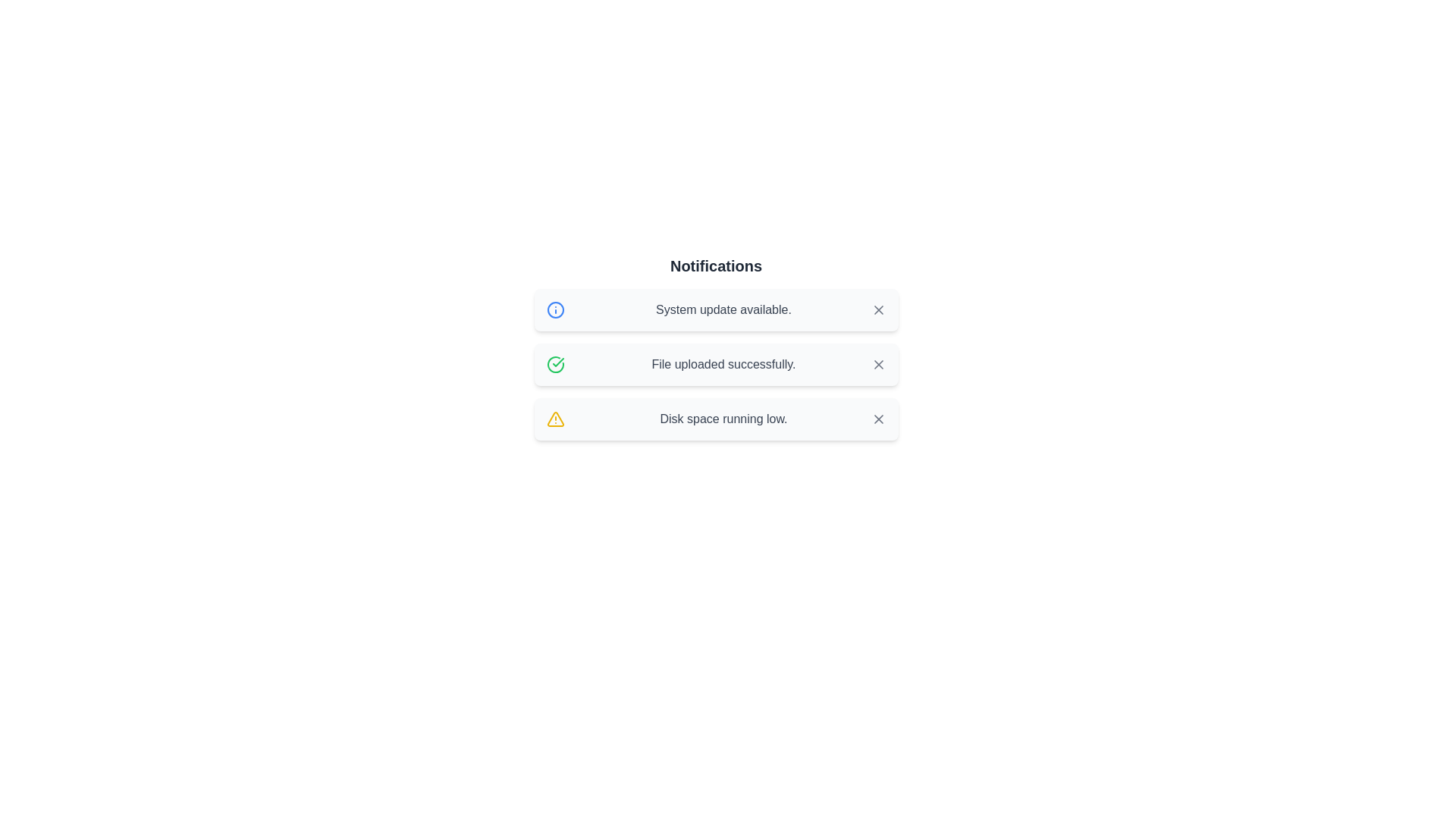 The image size is (1456, 819). What do you see at coordinates (554, 365) in the screenshot?
I see `the small green circular icon with a checkmark design located next to the notification text 'File uploaded successfully'` at bounding box center [554, 365].